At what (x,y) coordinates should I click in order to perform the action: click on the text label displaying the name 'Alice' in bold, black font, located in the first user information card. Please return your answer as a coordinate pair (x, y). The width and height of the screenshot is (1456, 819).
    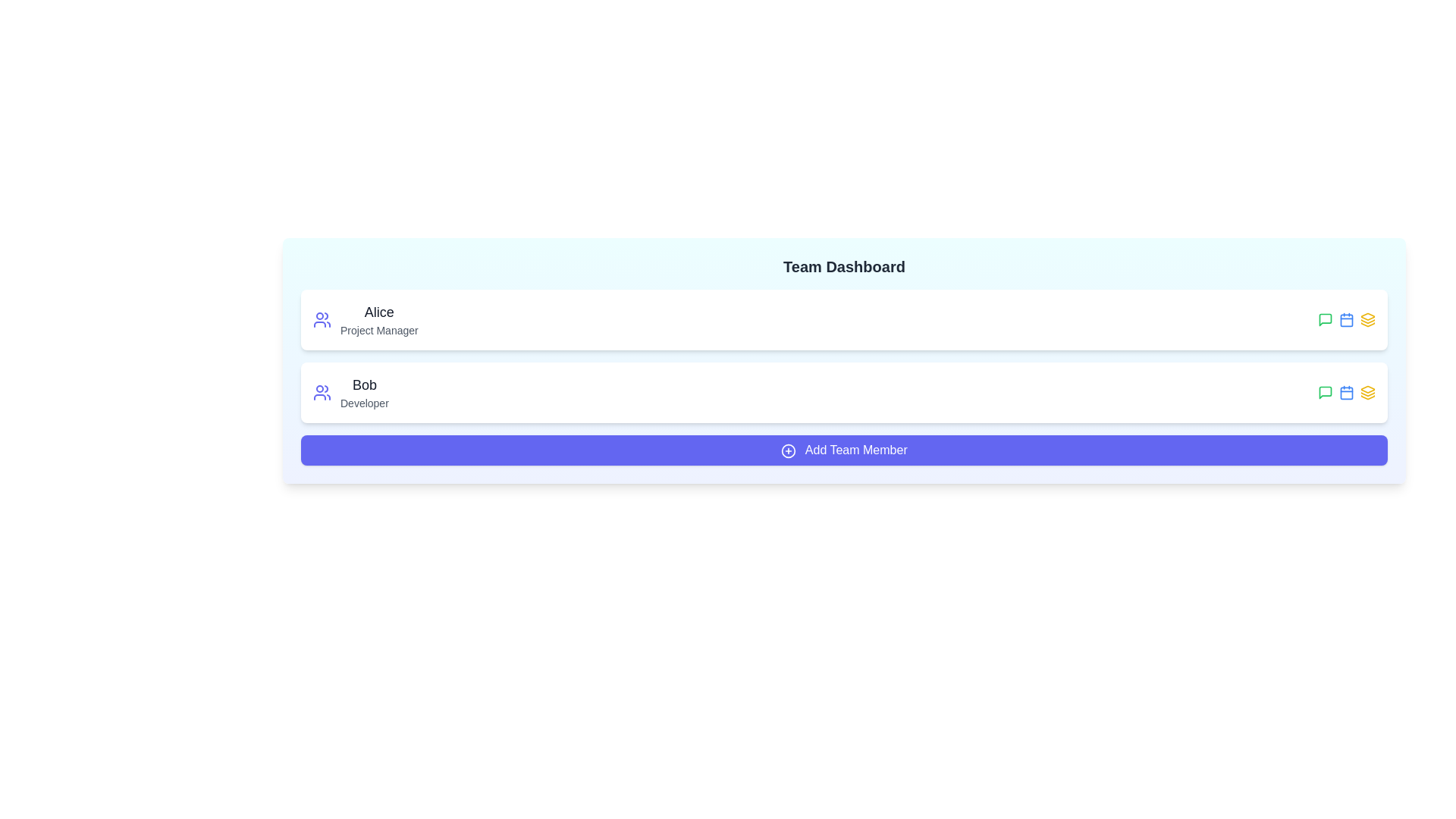
    Looking at the image, I should click on (379, 312).